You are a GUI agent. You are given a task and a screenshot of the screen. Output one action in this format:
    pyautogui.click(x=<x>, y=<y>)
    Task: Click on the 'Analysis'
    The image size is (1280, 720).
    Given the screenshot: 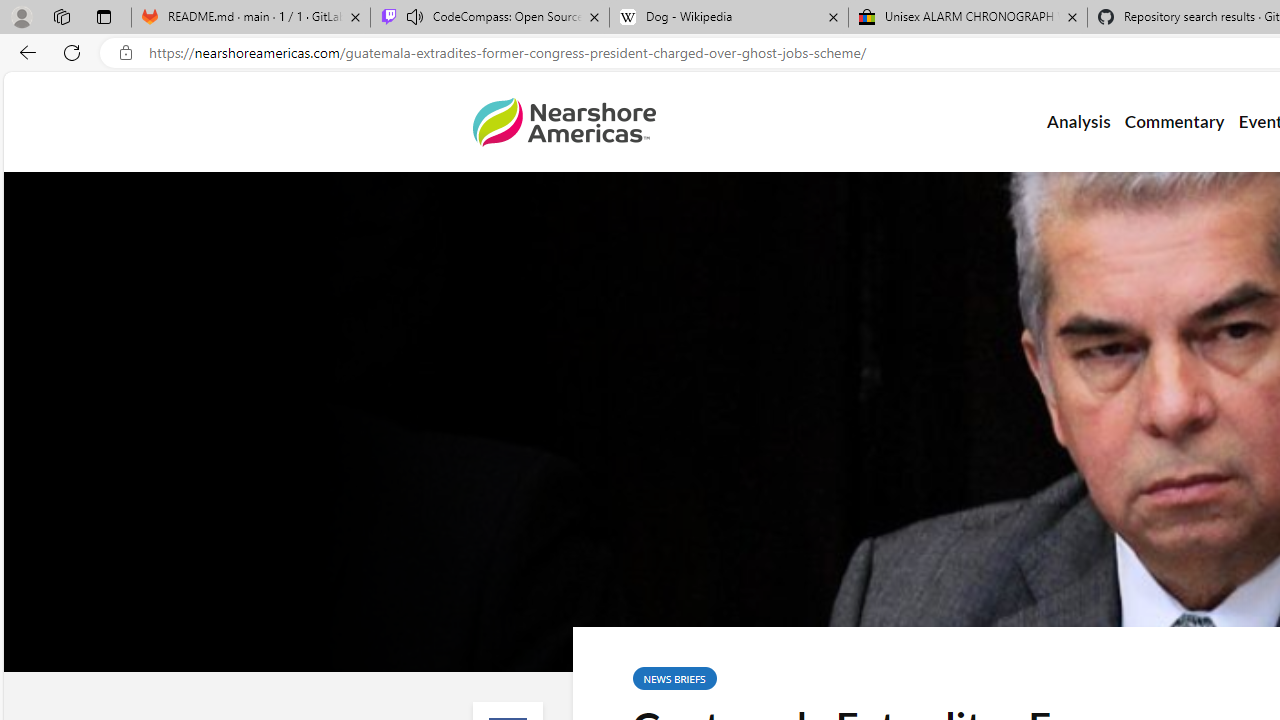 What is the action you would take?
    pyautogui.click(x=1077, y=122)
    